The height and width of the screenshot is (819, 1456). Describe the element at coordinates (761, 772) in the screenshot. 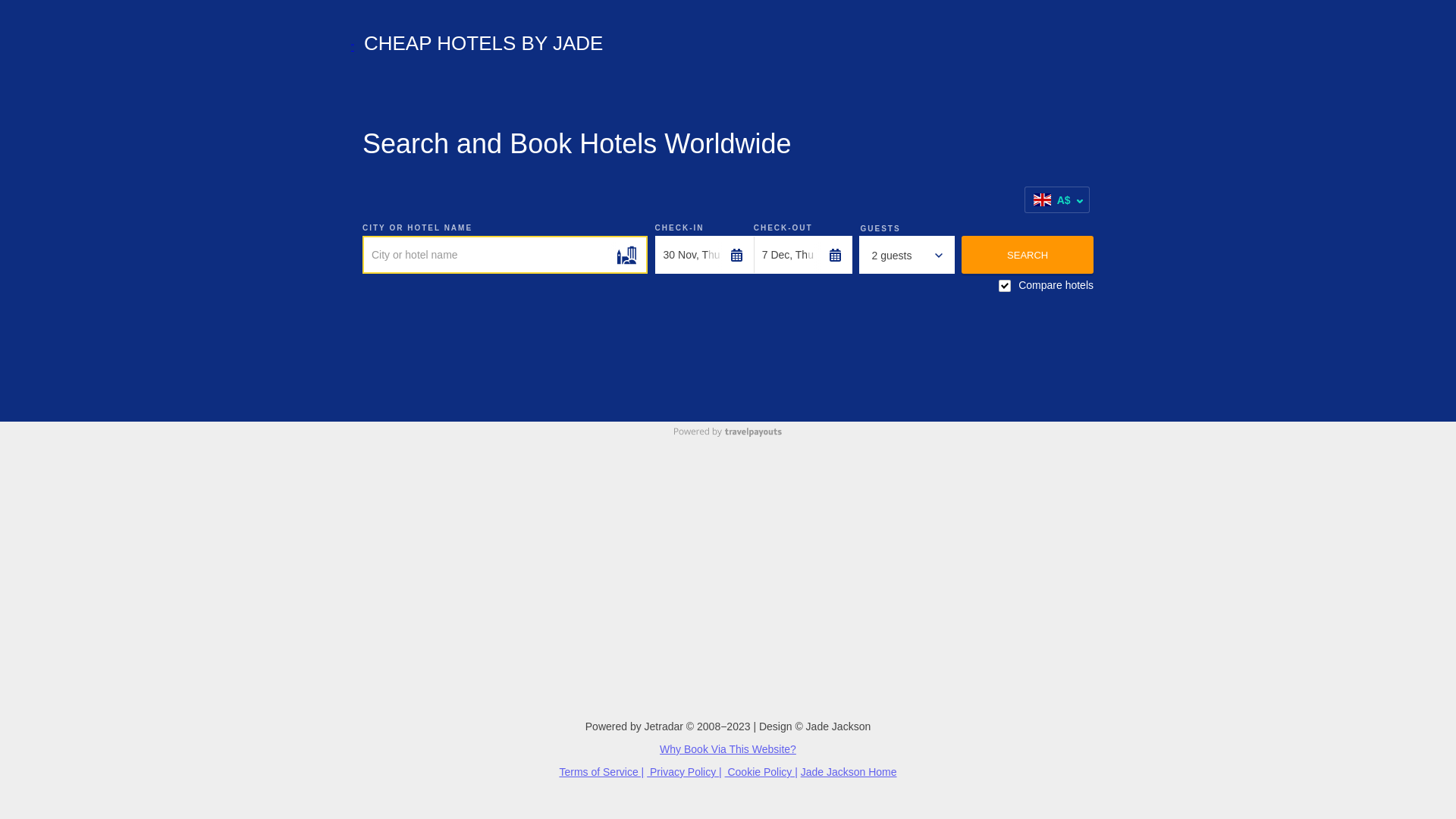

I see `'Cookie Policy |'` at that location.